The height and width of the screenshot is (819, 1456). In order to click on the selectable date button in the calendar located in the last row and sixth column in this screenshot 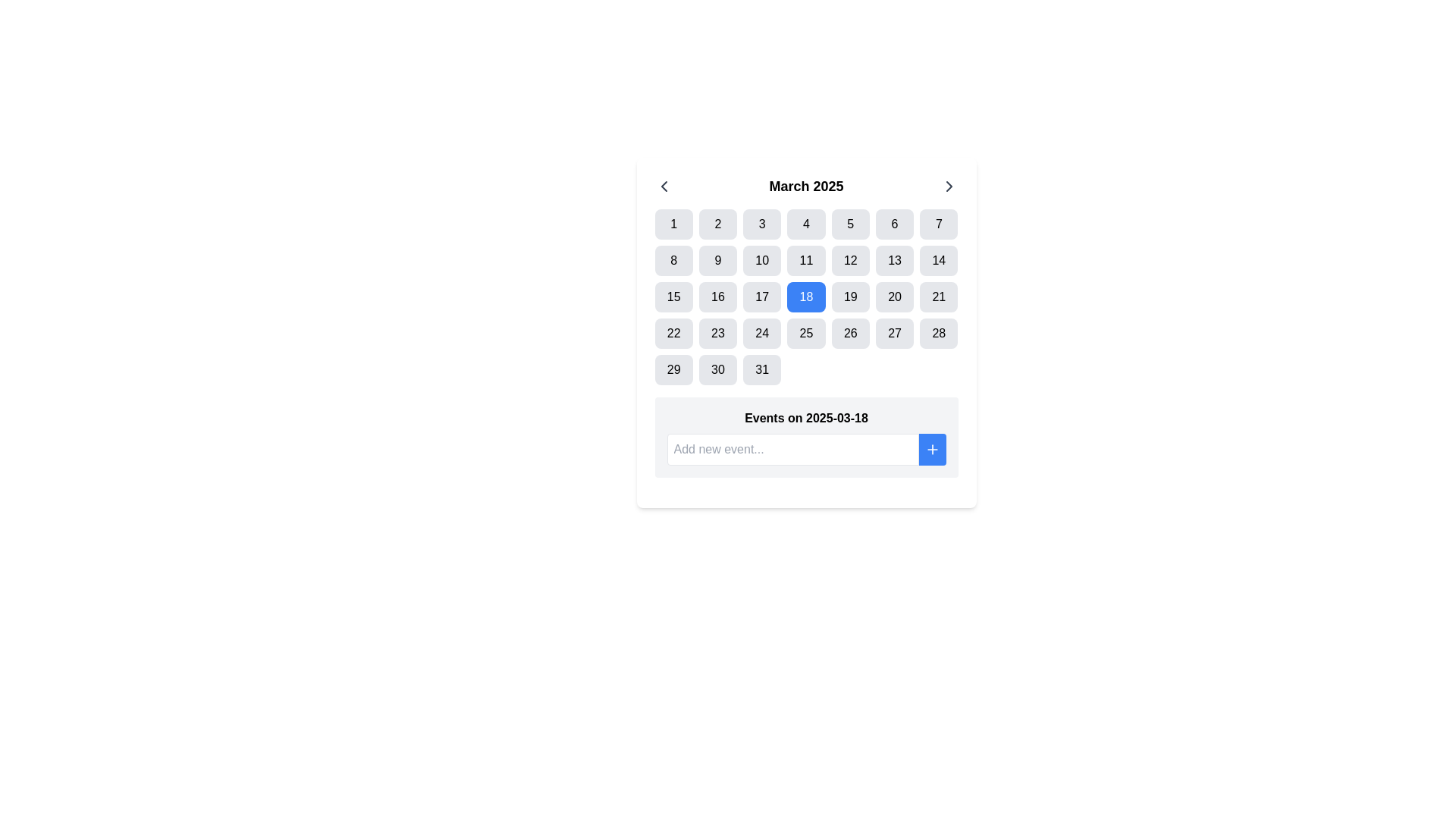, I will do `click(717, 370)`.